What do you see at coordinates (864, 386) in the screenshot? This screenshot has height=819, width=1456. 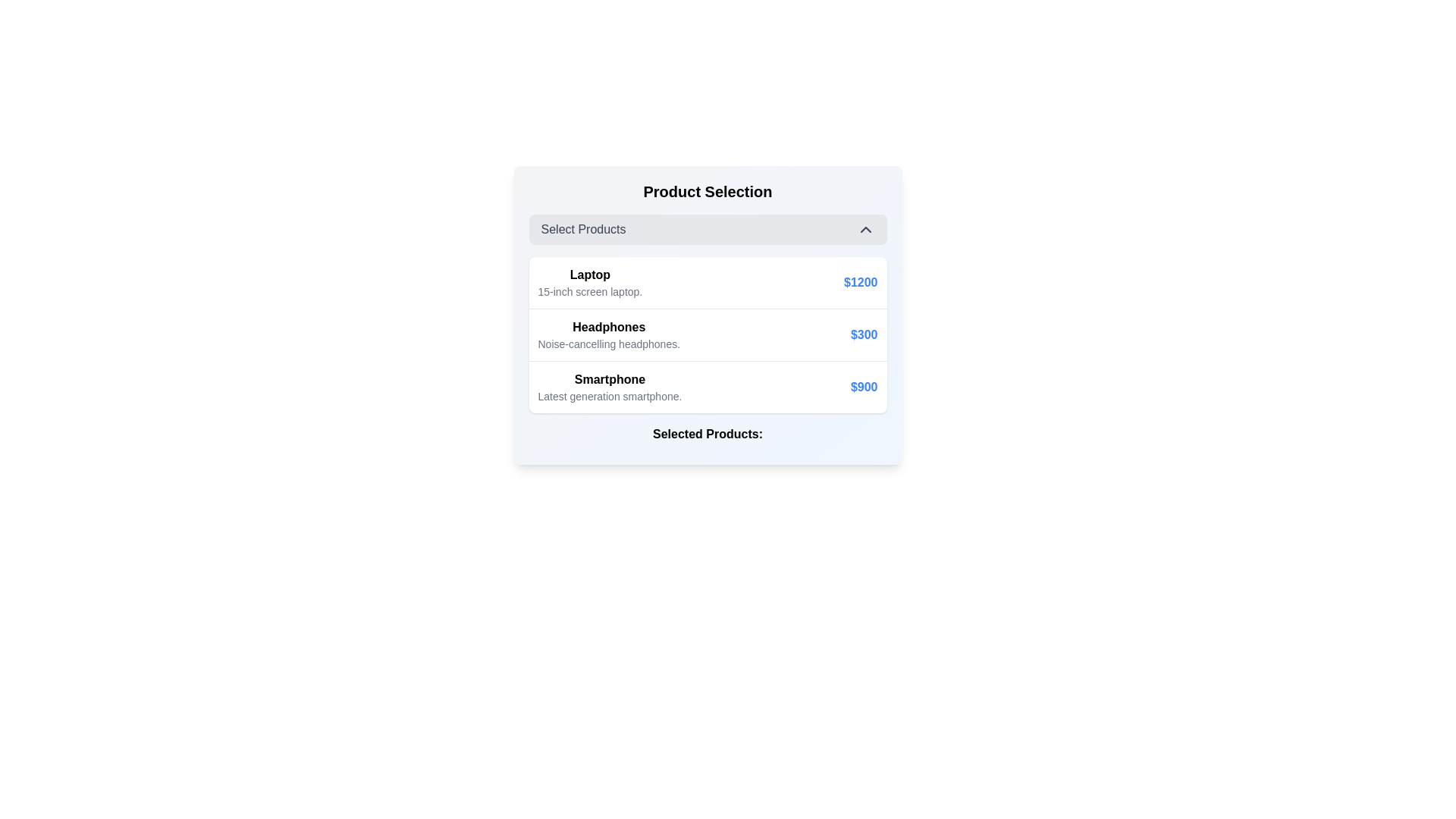 I see `the price label element displaying the smartphone product's cost, located on the right side of the product description` at bounding box center [864, 386].